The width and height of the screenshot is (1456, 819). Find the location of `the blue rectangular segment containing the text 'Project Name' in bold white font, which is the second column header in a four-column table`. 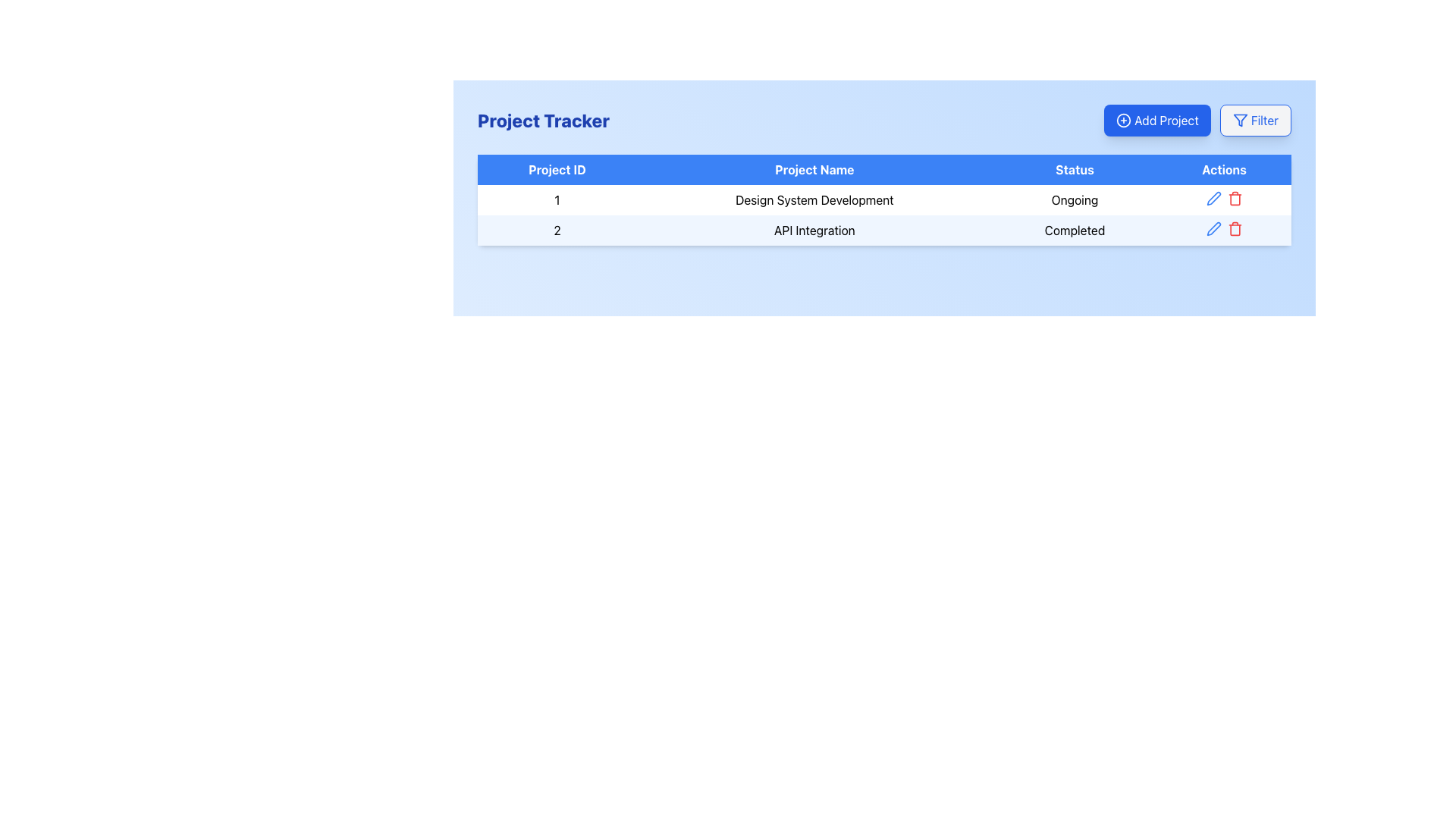

the blue rectangular segment containing the text 'Project Name' in bold white font, which is the second column header in a four-column table is located at coordinates (814, 169).